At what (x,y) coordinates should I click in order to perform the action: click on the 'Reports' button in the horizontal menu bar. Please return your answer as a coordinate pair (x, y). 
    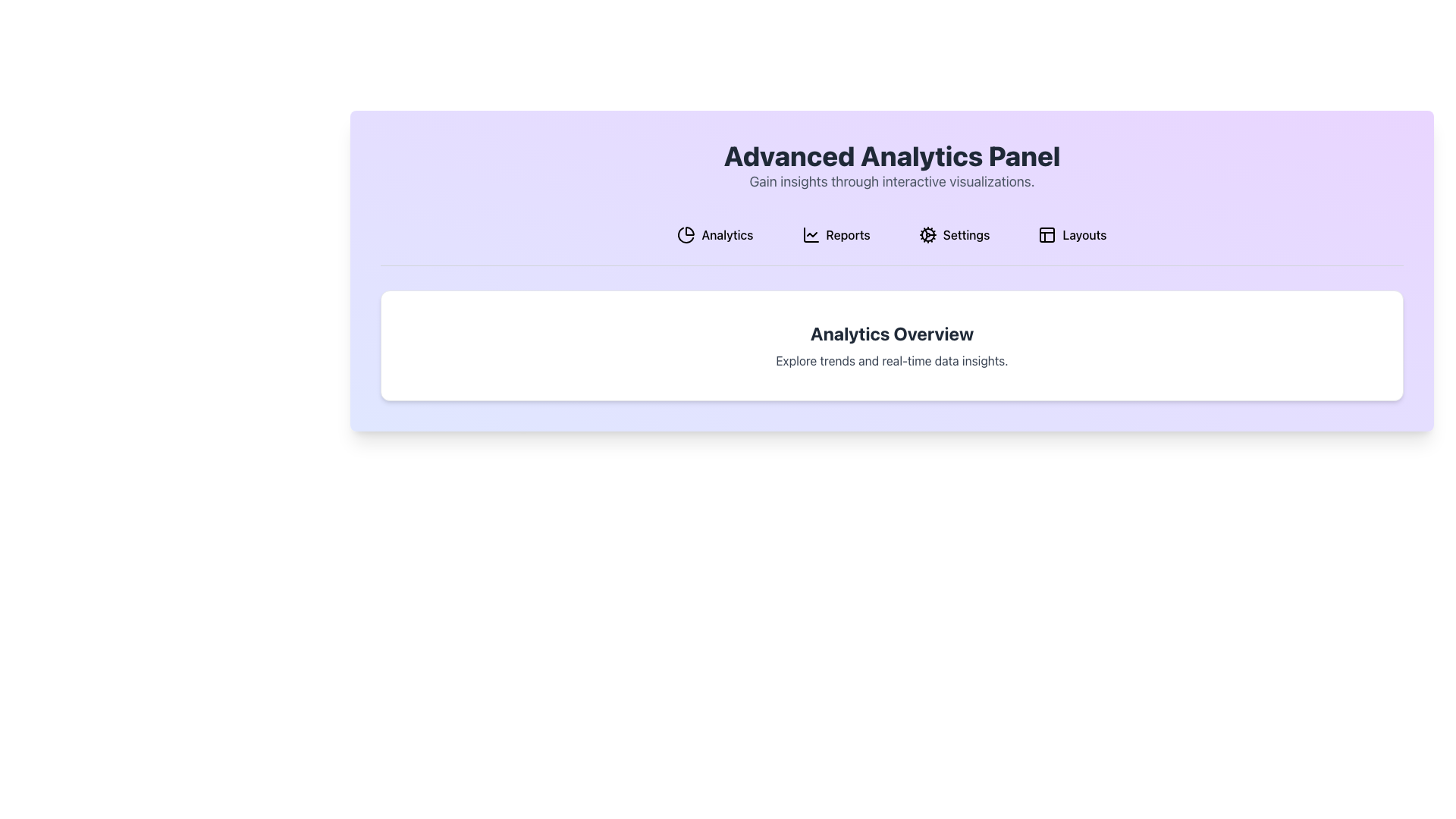
    Looking at the image, I should click on (835, 234).